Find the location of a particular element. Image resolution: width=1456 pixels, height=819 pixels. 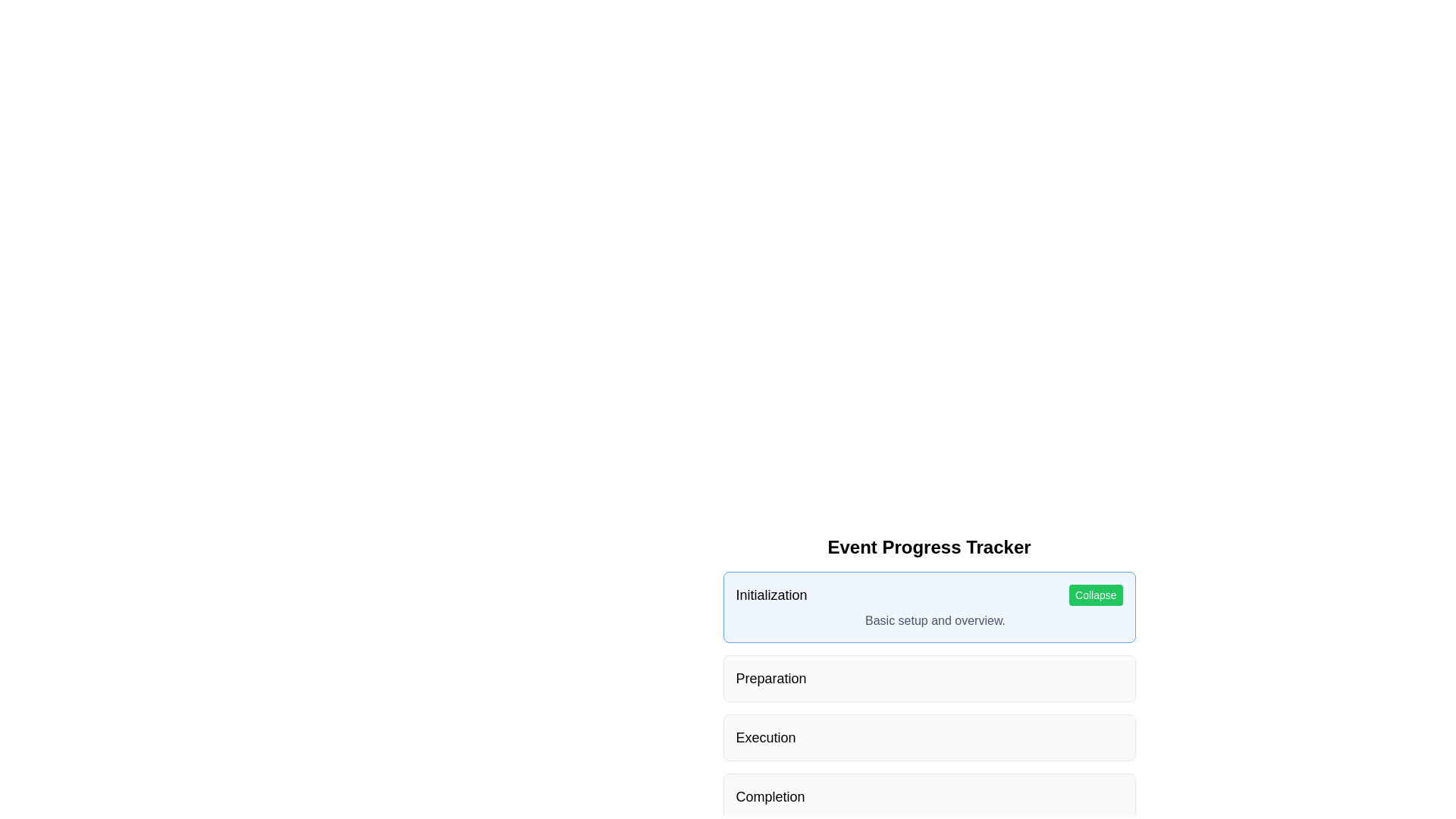

the 'Preparation' progress stage marker, which is the second element in a vertical list of progress stages, located between 'Initialization' and 'Execution.' is located at coordinates (928, 677).